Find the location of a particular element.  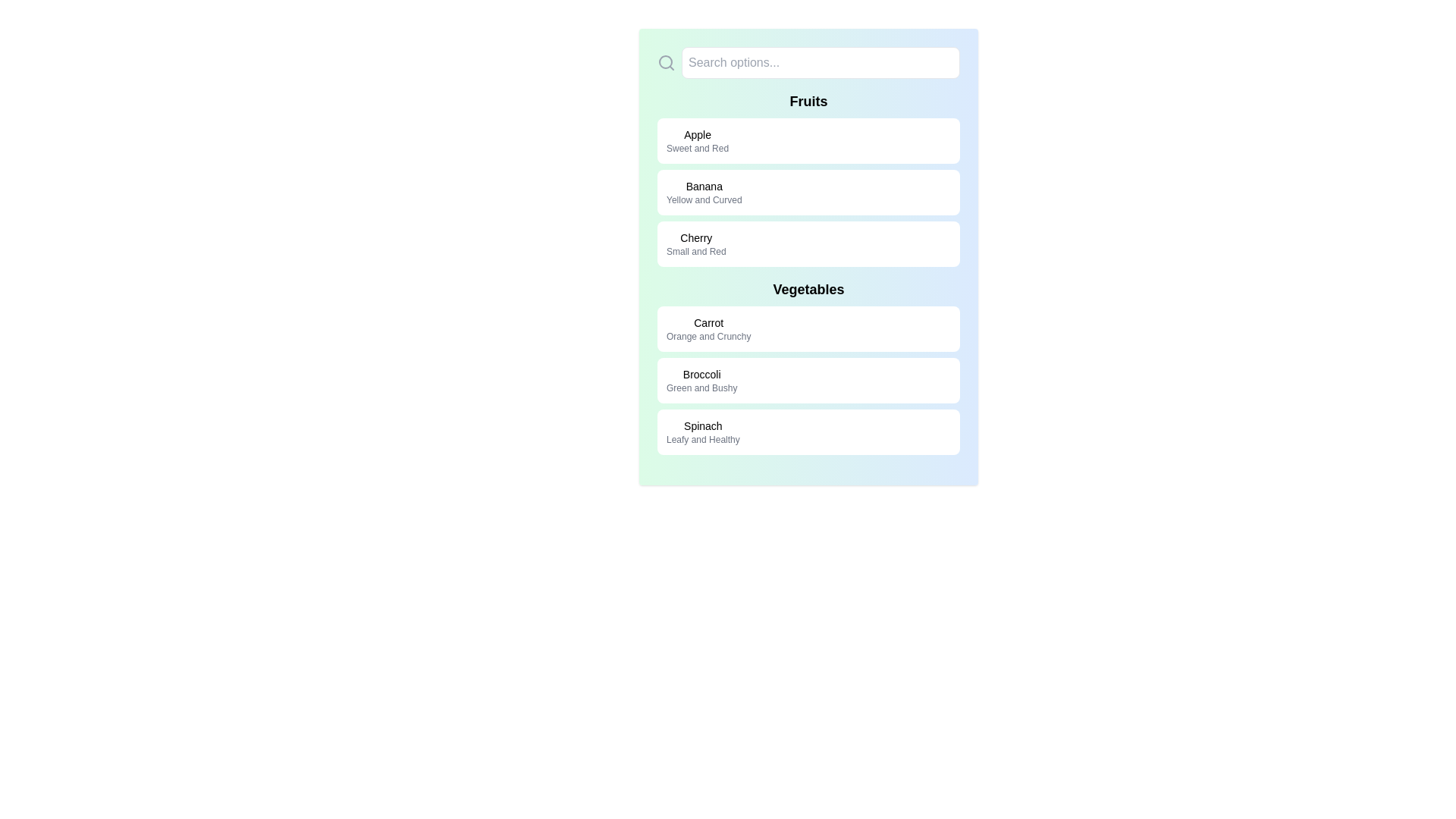

the List item titled 'Carrot' with the subtitle 'Orange and Crunchy' is located at coordinates (808, 328).